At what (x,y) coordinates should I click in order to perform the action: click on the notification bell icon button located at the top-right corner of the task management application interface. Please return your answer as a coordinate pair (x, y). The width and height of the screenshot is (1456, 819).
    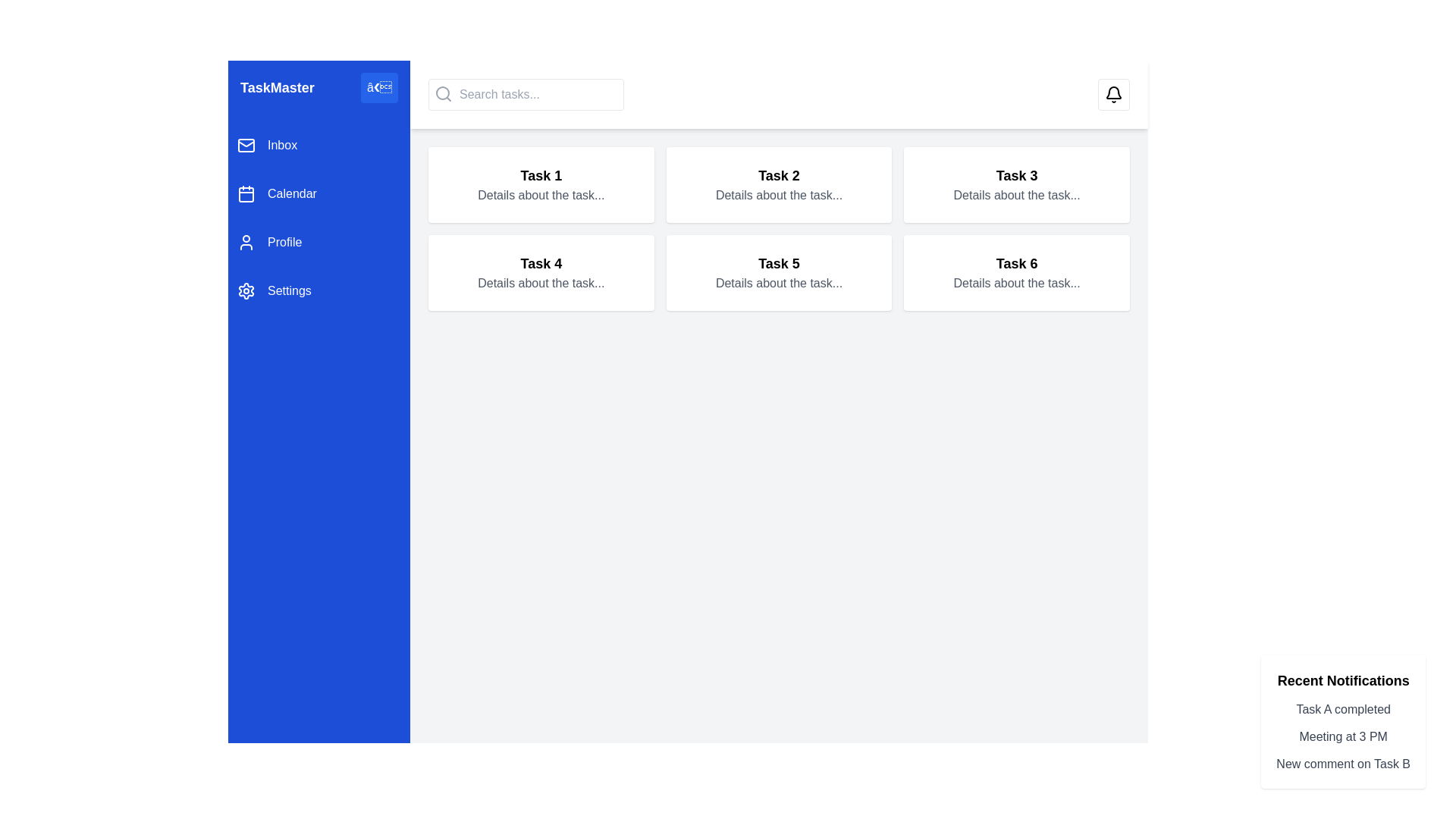
    Looking at the image, I should click on (1113, 94).